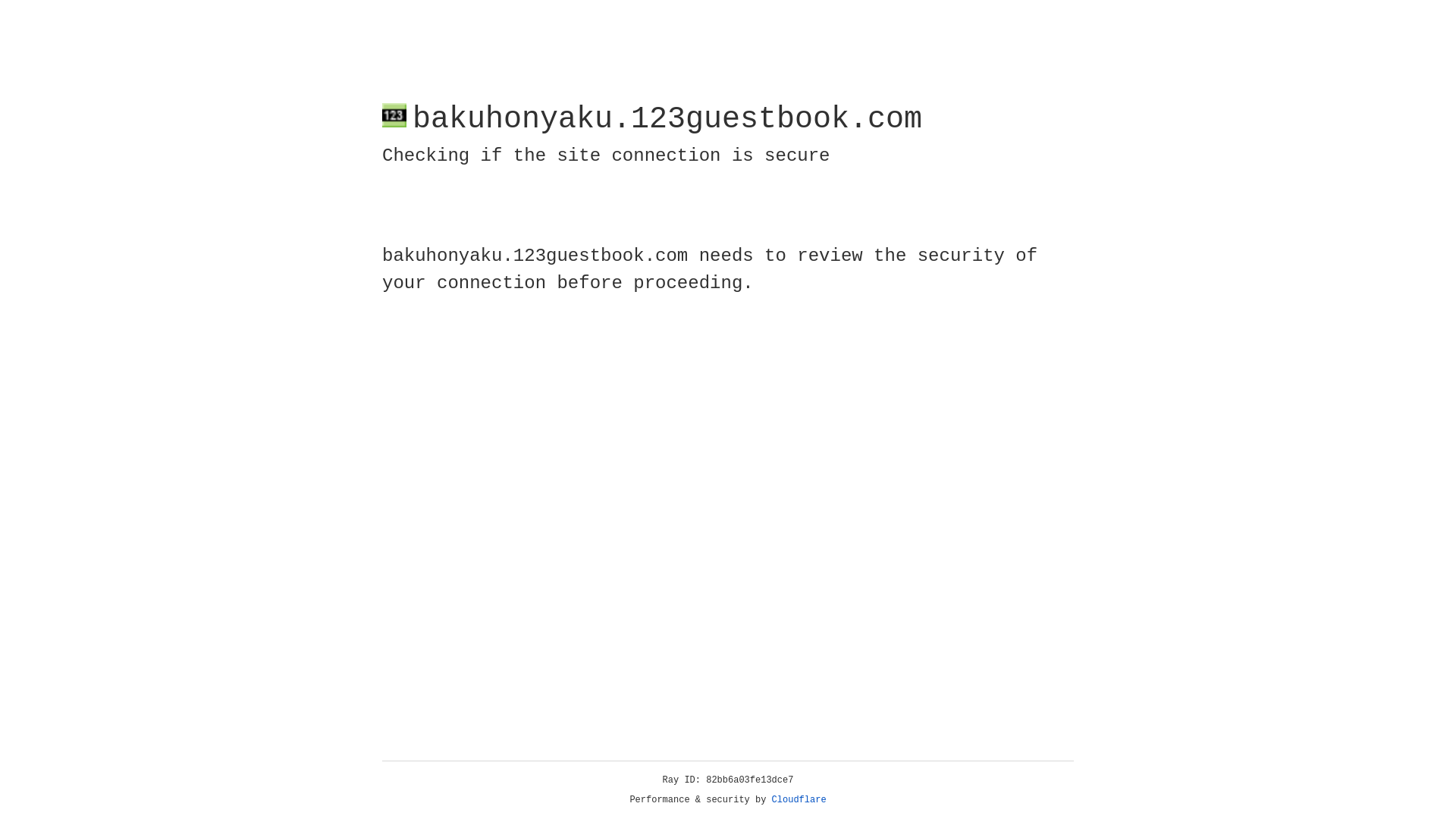  I want to click on 'Cloudflare', so click(771, 799).